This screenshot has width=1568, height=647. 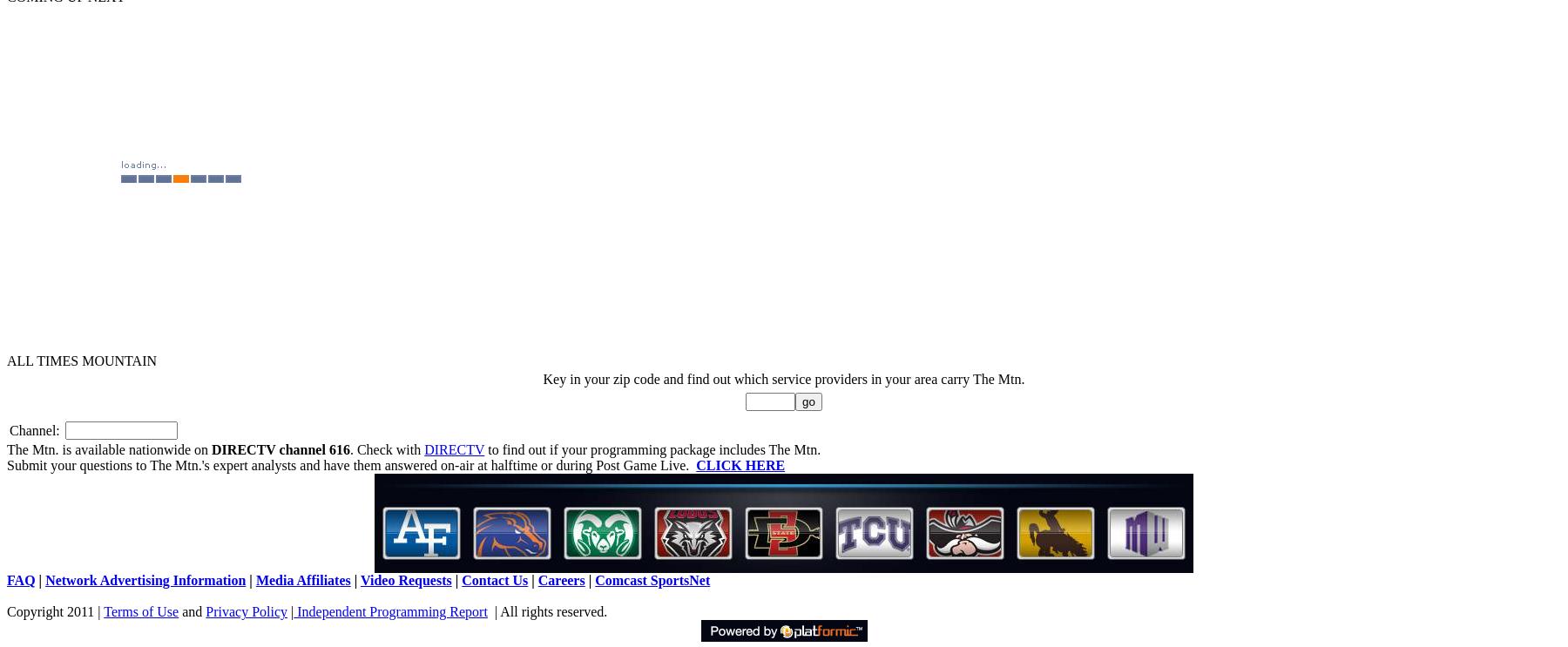 What do you see at coordinates (192, 611) in the screenshot?
I see `'and'` at bounding box center [192, 611].